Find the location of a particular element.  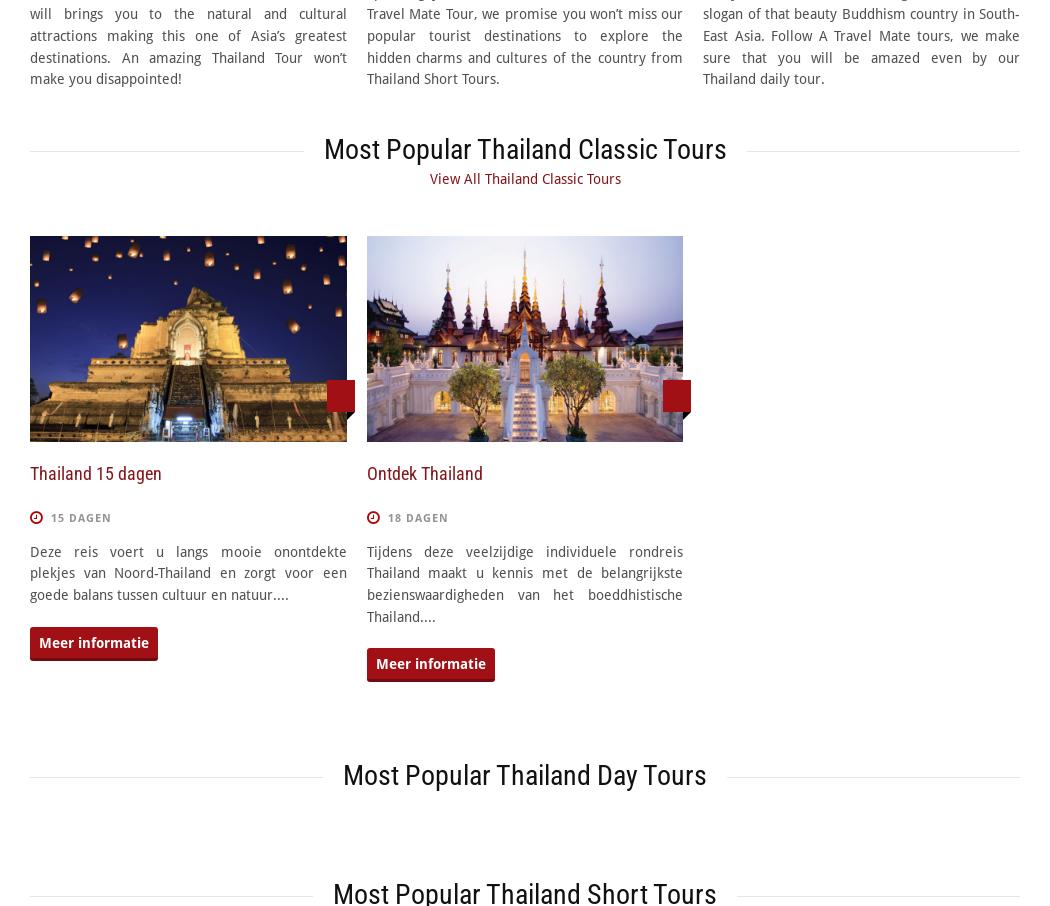

'18 dagen' is located at coordinates (387, 517).